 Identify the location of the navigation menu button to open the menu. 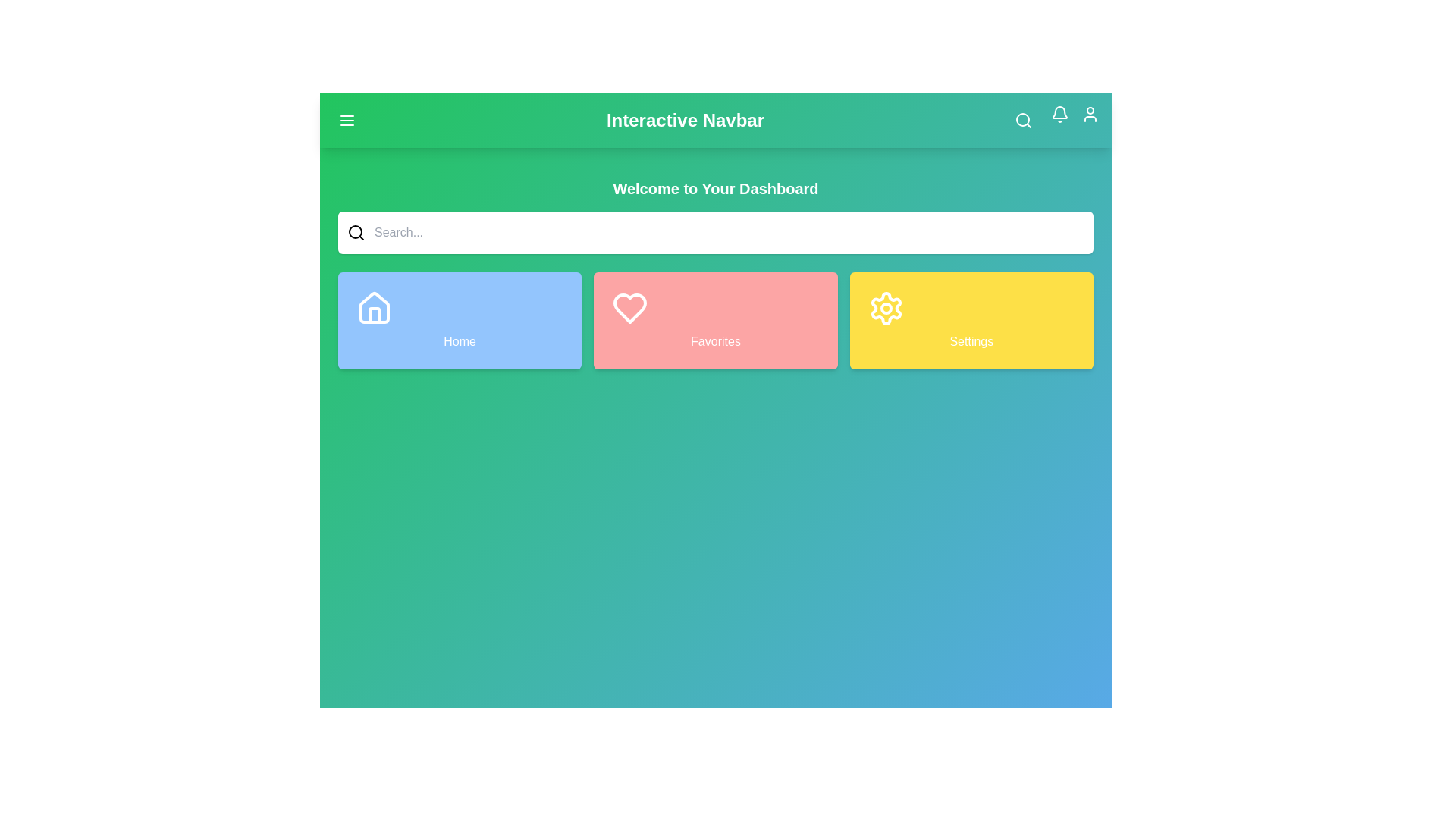
(346, 119).